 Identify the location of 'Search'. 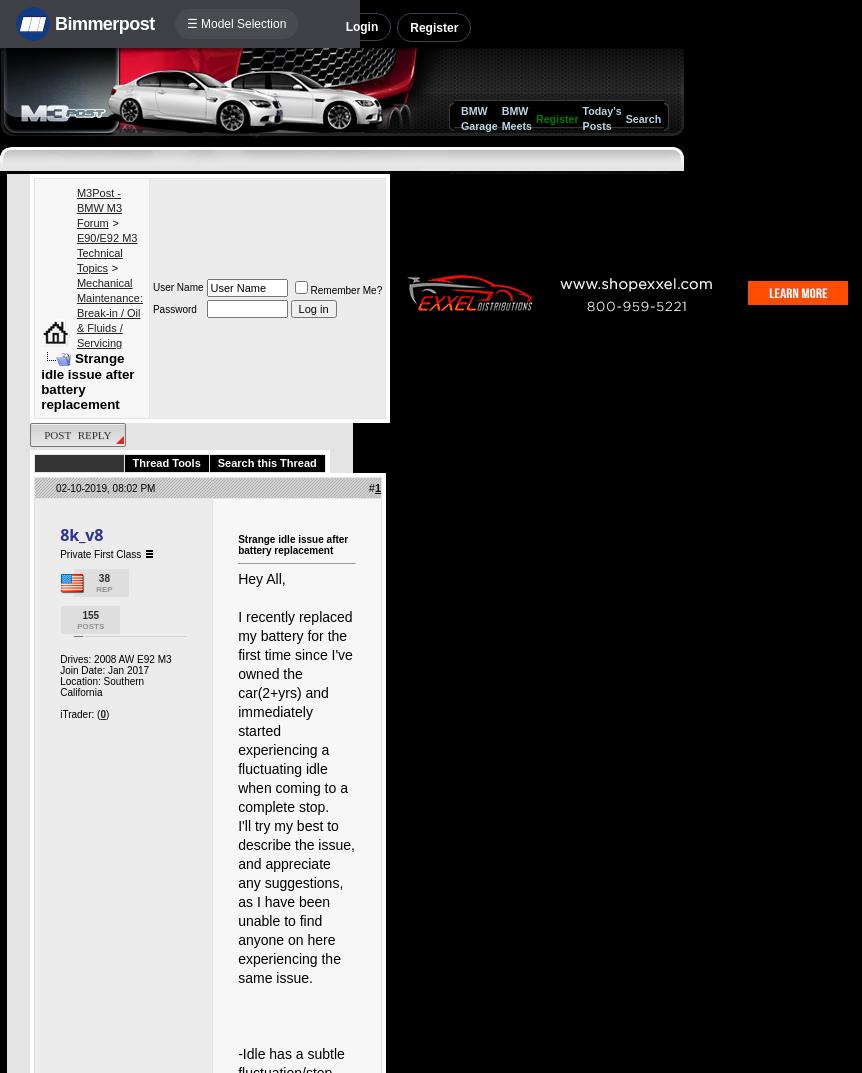
(642, 118).